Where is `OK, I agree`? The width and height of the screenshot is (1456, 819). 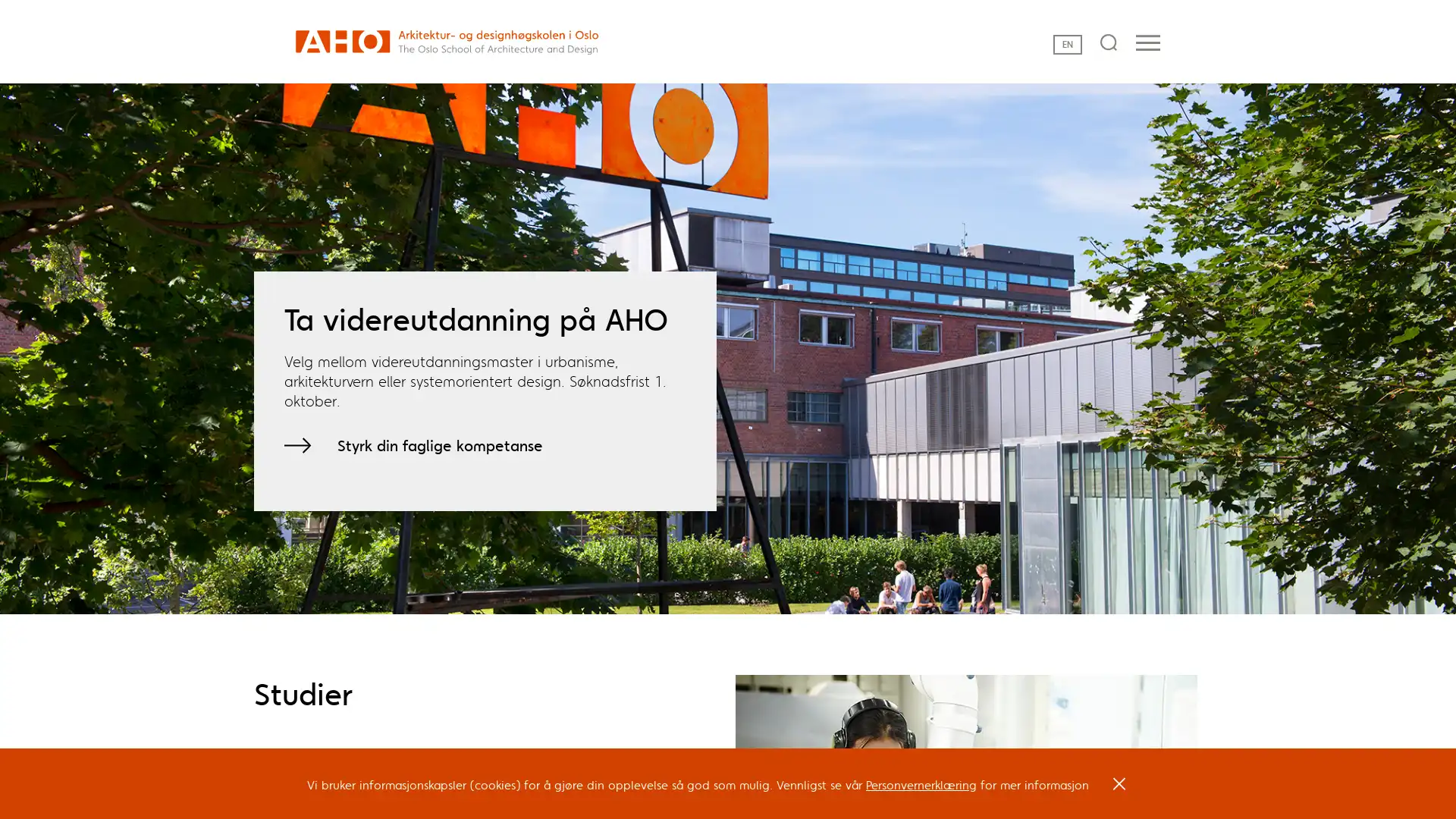
OK, I agree is located at coordinates (1119, 789).